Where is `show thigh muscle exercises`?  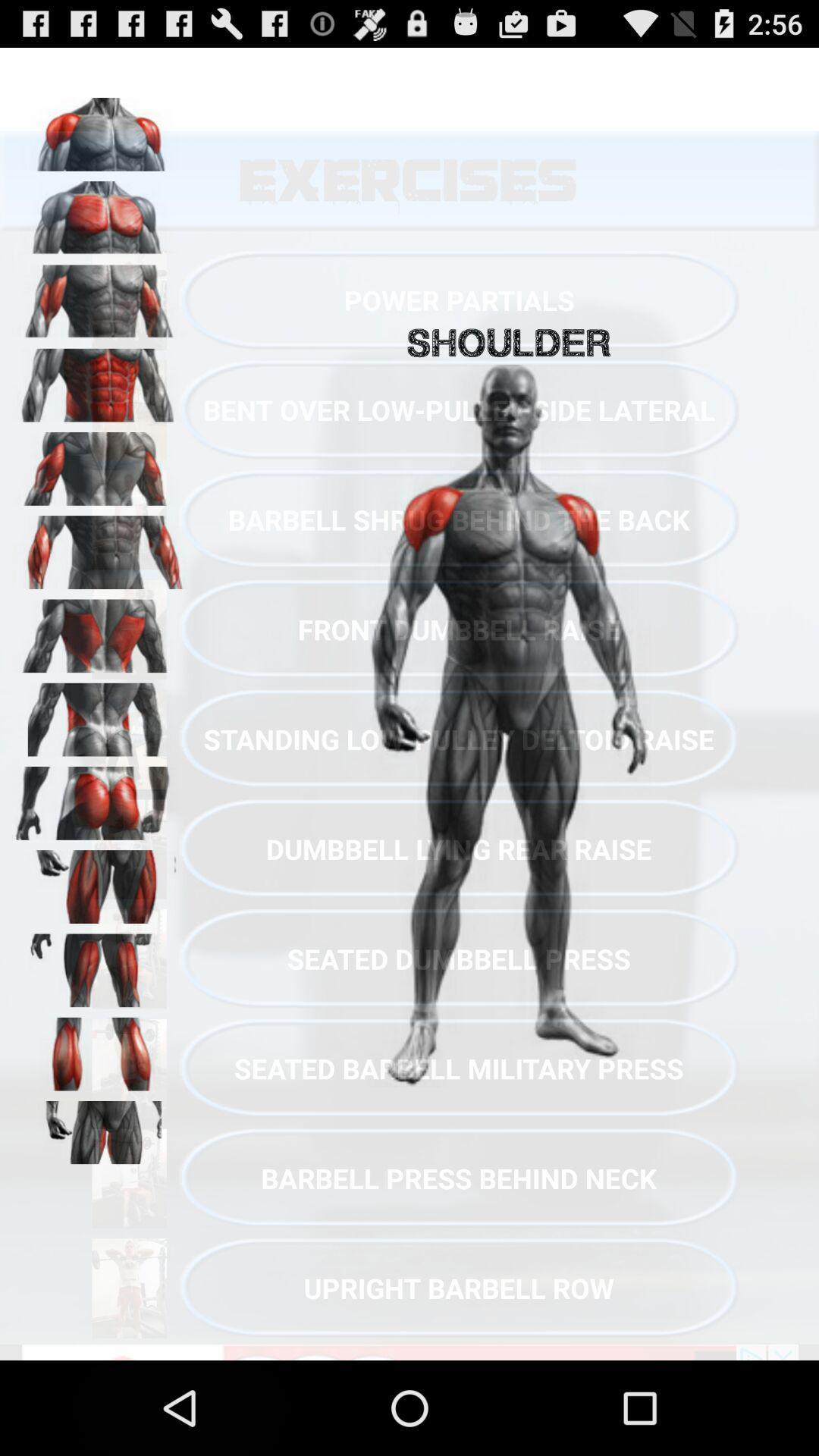 show thigh muscle exercises is located at coordinates (99, 881).